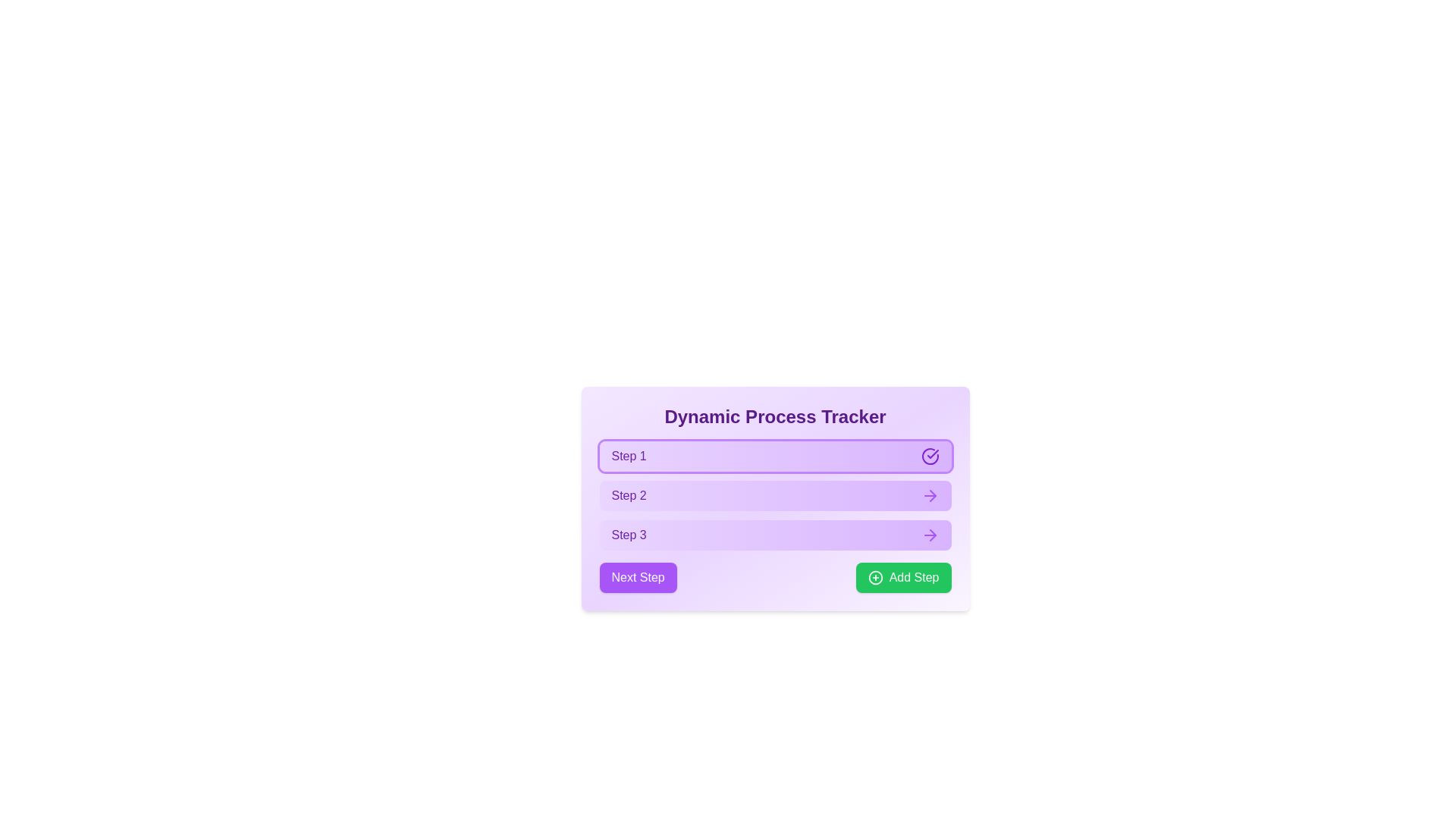 This screenshot has height=819, width=1456. Describe the element at coordinates (929, 534) in the screenshot. I see `the arrow icon located on the right side of the 'Step 3' section to proceed to the next step` at that location.